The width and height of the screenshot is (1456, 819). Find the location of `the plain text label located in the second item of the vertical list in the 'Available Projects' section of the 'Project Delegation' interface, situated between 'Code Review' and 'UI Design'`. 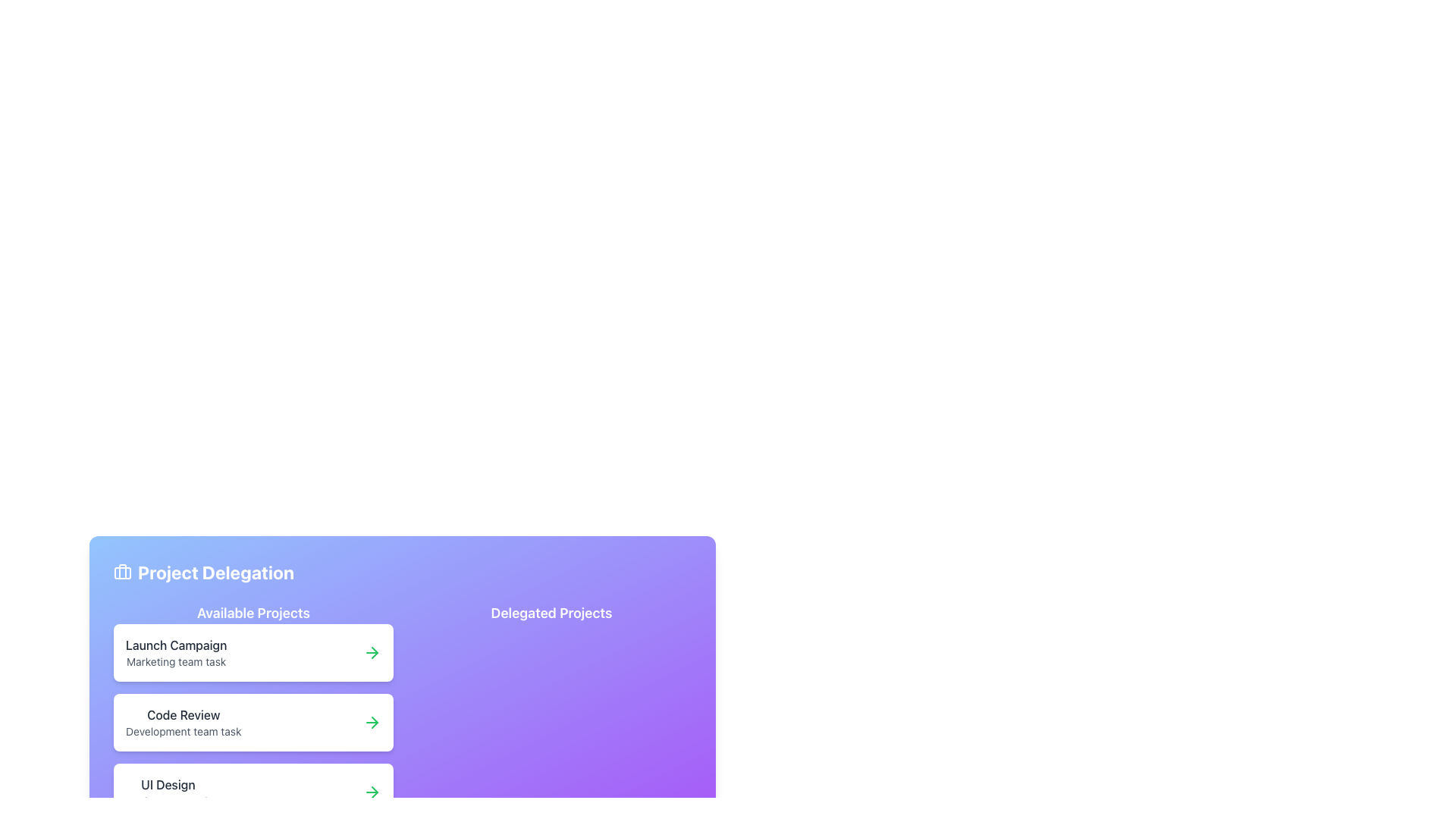

the plain text label located in the second item of the vertical list in the 'Available Projects' section of the 'Project Delegation' interface, situated between 'Code Review' and 'UI Design' is located at coordinates (183, 730).